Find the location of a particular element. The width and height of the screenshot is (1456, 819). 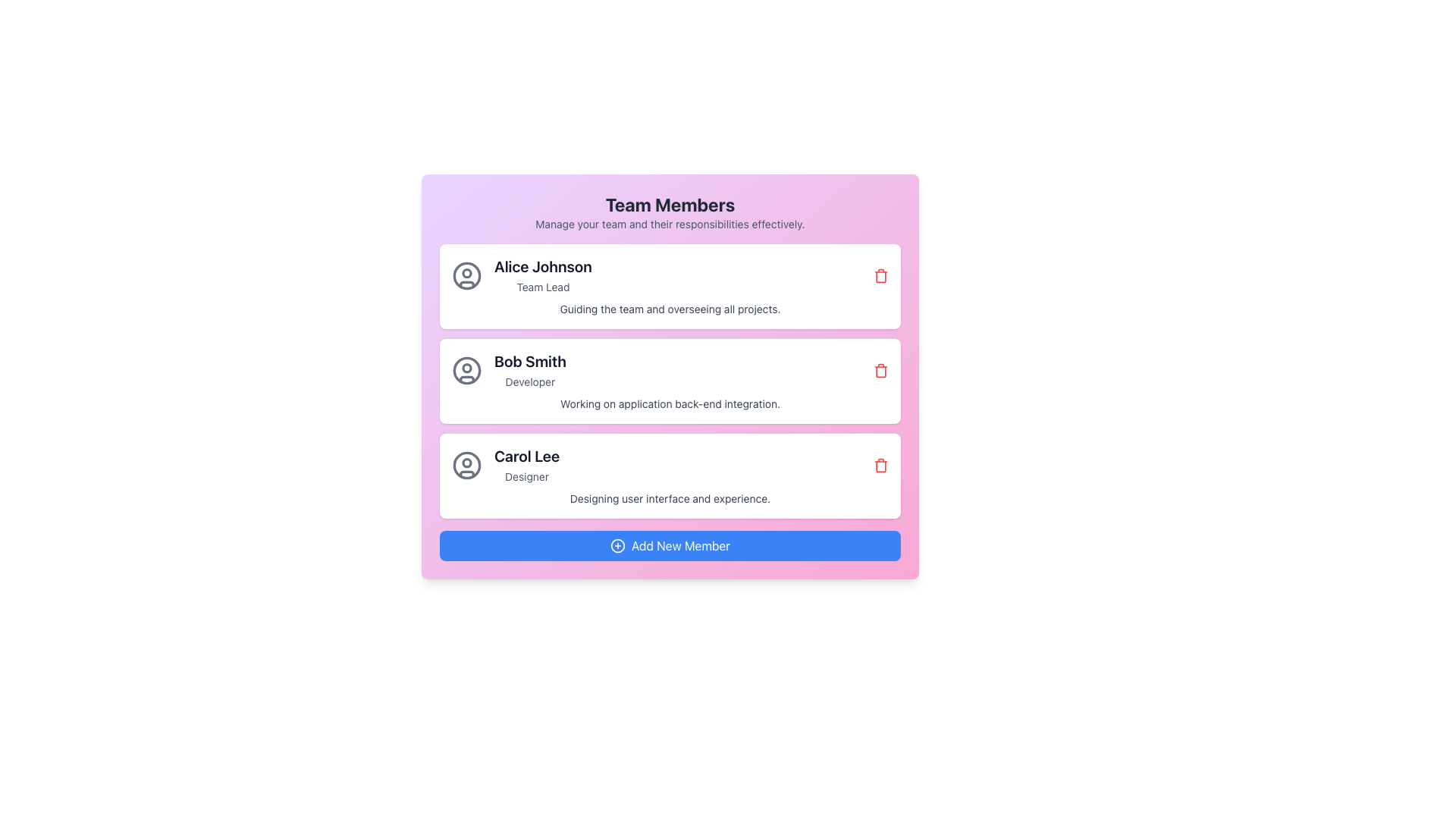

the text element displaying 'Carol Lee', which is the name of a team member in bold, located in the third card of the list, above the smaller text 'Designer' is located at coordinates (527, 455).